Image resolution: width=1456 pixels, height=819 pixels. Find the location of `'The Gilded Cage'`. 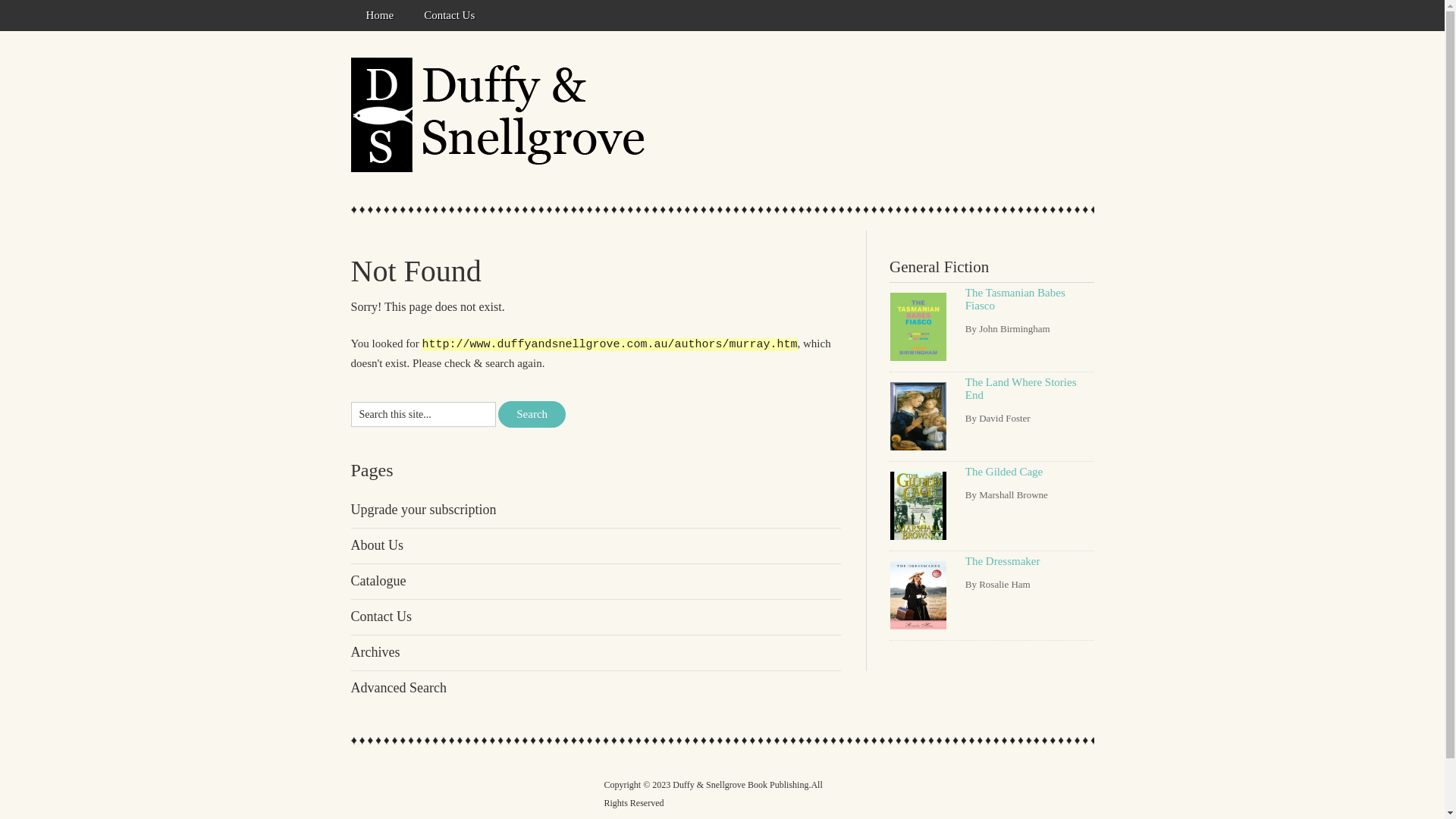

'The Gilded Cage' is located at coordinates (1004, 470).